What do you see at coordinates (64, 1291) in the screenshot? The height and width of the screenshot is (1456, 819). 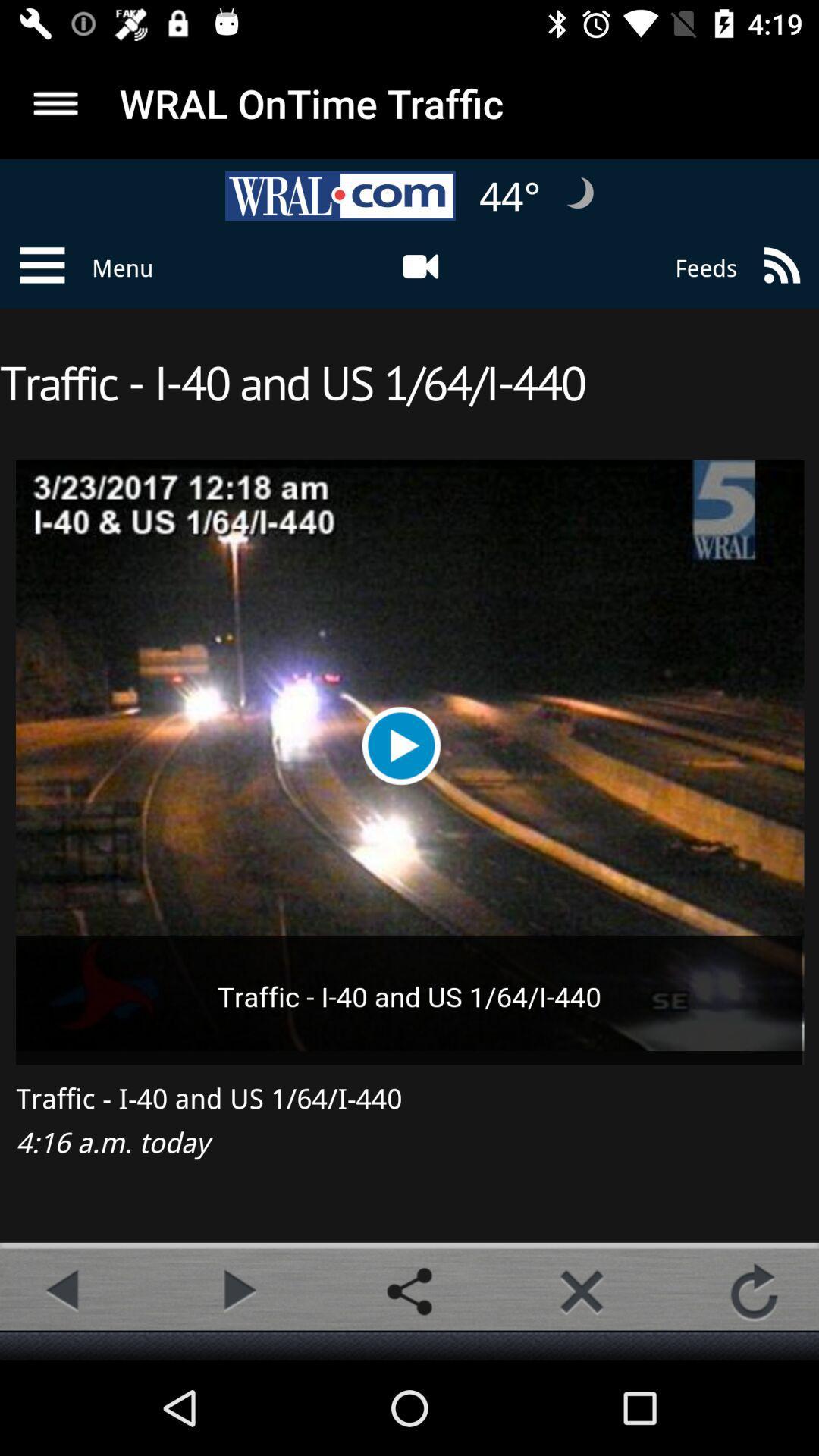 I see `previous camera` at bounding box center [64, 1291].